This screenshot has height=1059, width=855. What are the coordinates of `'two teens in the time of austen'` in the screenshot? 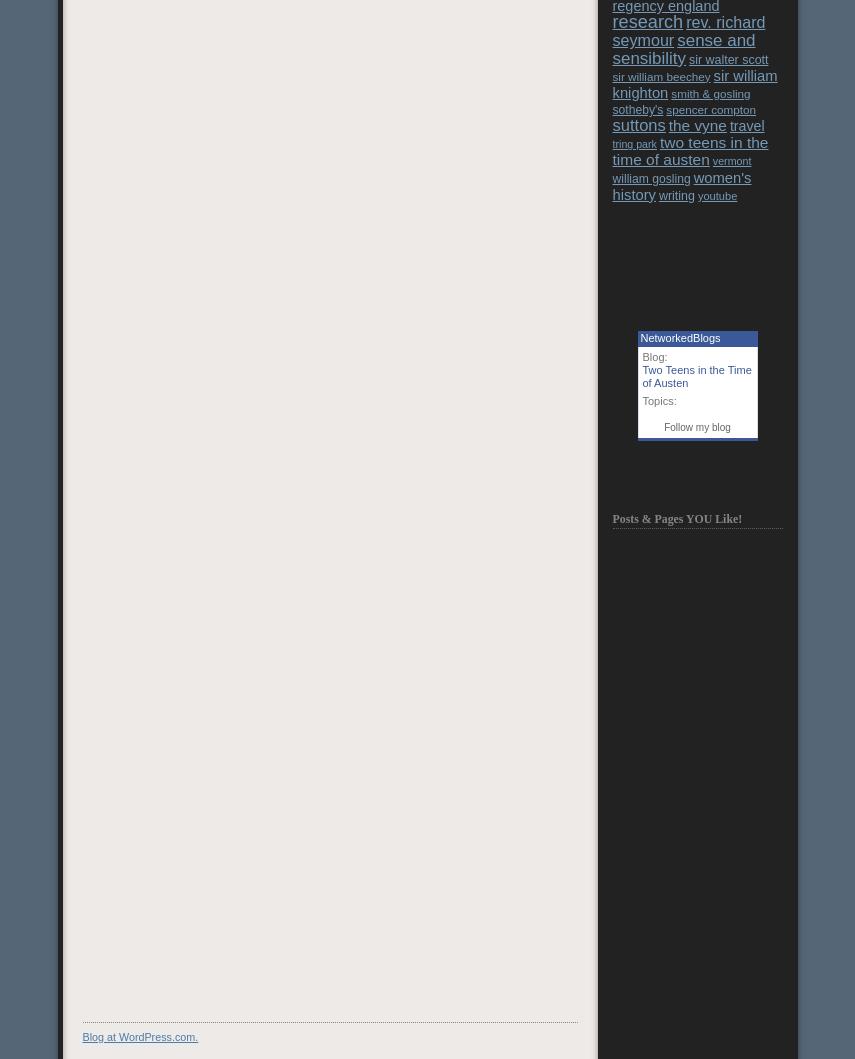 It's located at (612, 150).